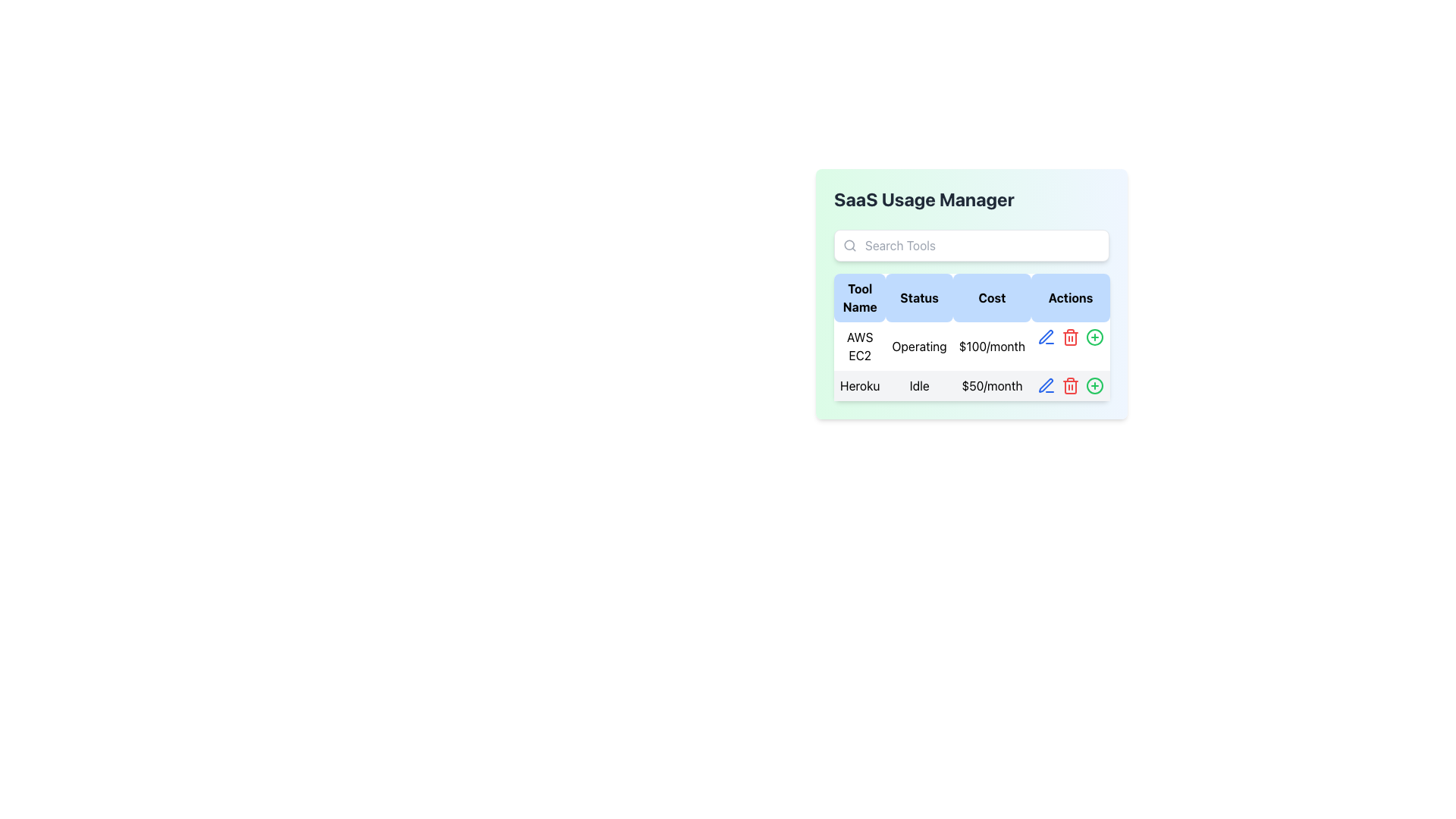  I want to click on the 'Heroku' text label, so click(859, 385).